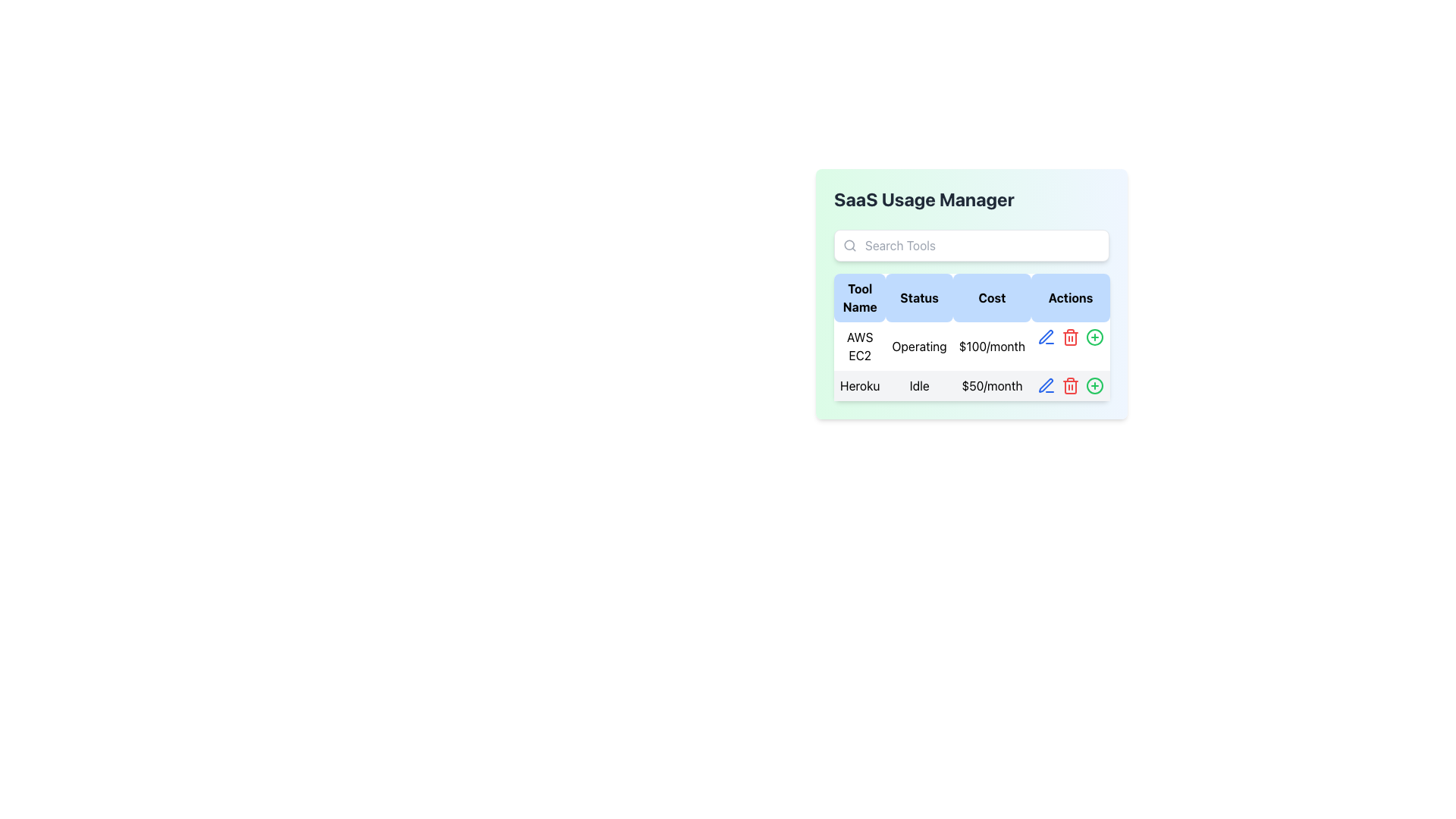  I want to click on the 'Heroku' text label, so click(859, 385).